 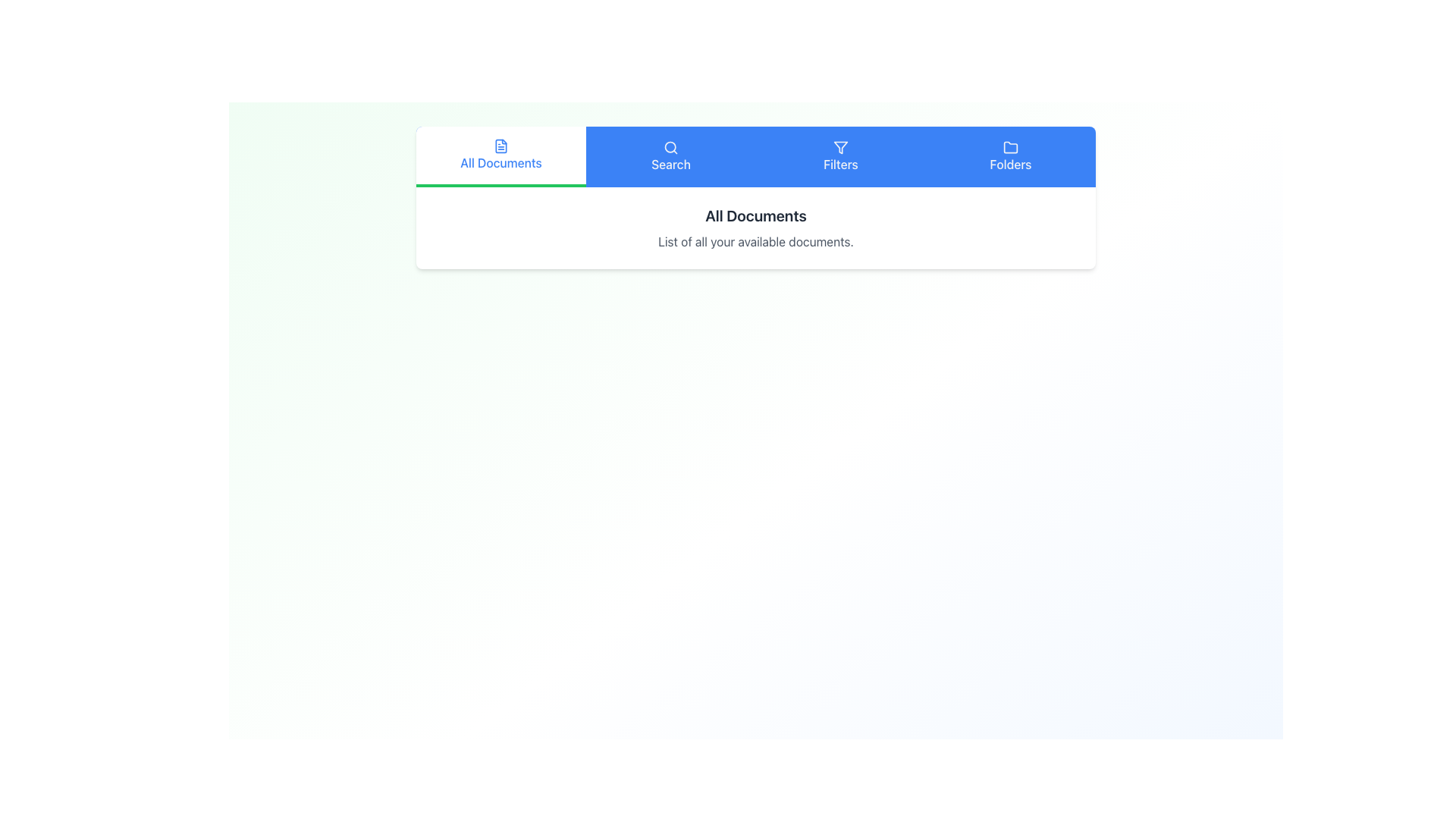 I want to click on the section indicated by the textual header 'All Documents' with the subtext 'List of all your available documents.', so click(x=756, y=227).